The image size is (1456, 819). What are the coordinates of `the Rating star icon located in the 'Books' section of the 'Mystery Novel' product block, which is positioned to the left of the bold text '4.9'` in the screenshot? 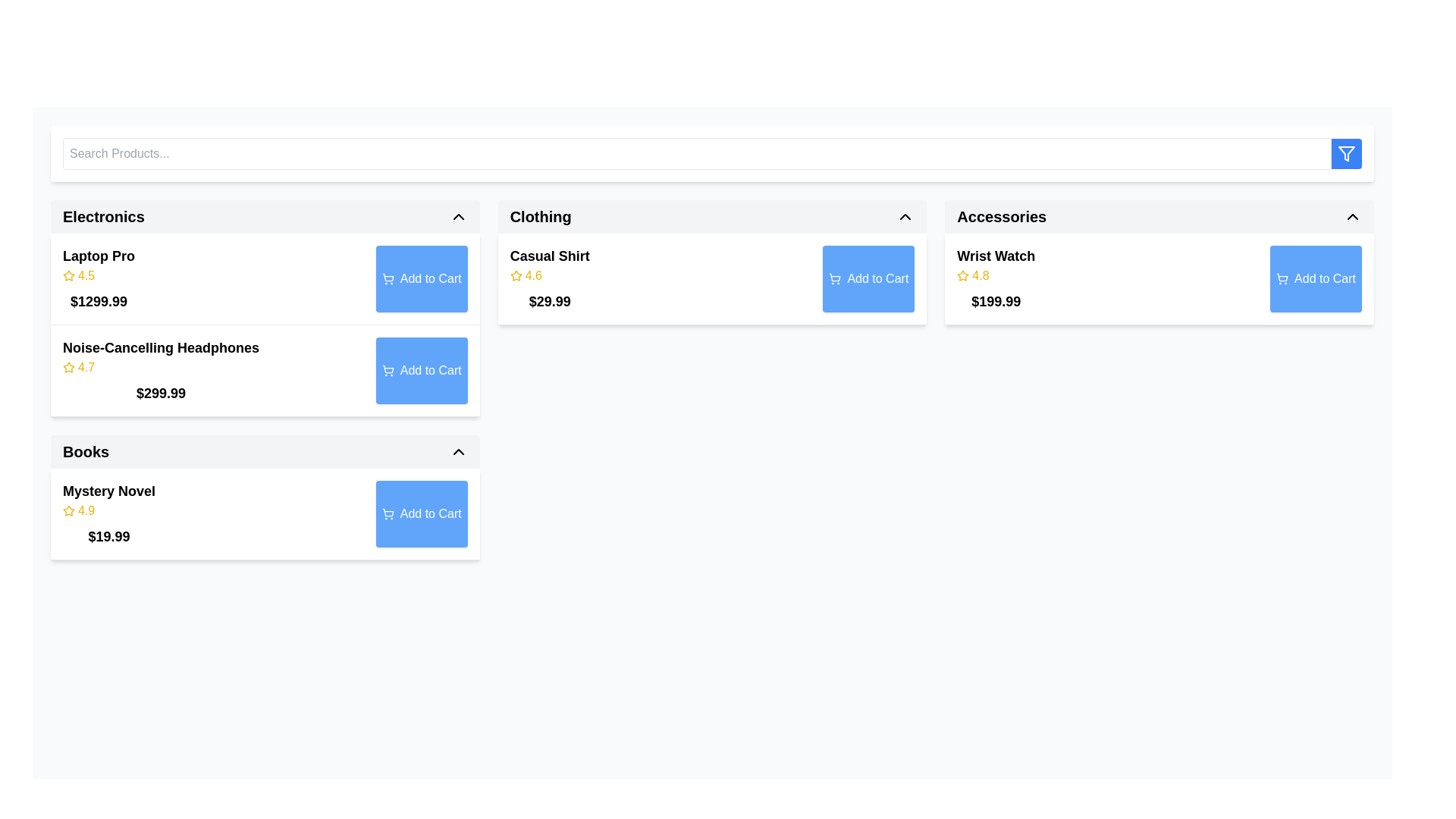 It's located at (68, 511).